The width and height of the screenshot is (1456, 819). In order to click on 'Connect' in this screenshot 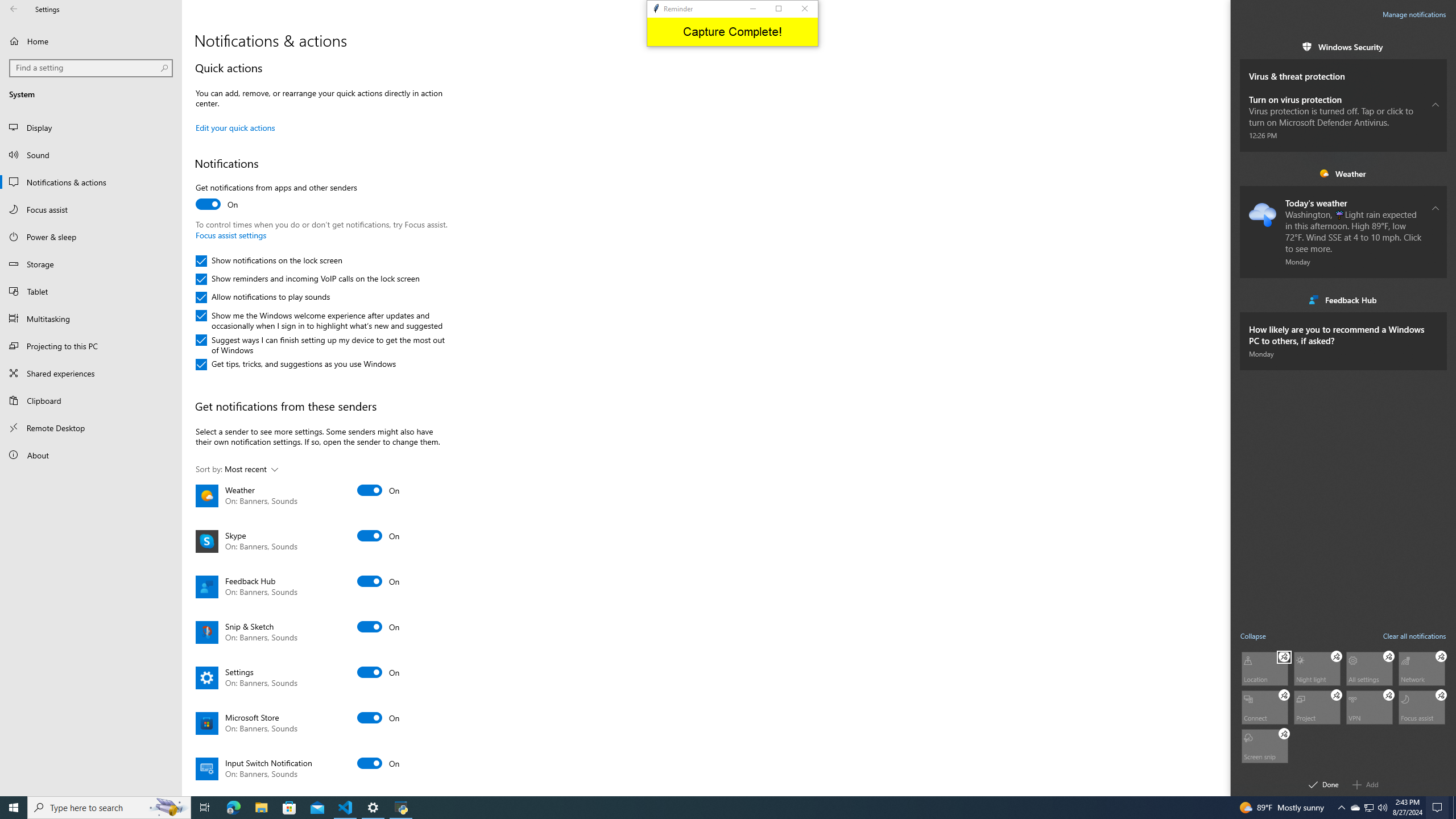, I will do `click(1264, 706)`.